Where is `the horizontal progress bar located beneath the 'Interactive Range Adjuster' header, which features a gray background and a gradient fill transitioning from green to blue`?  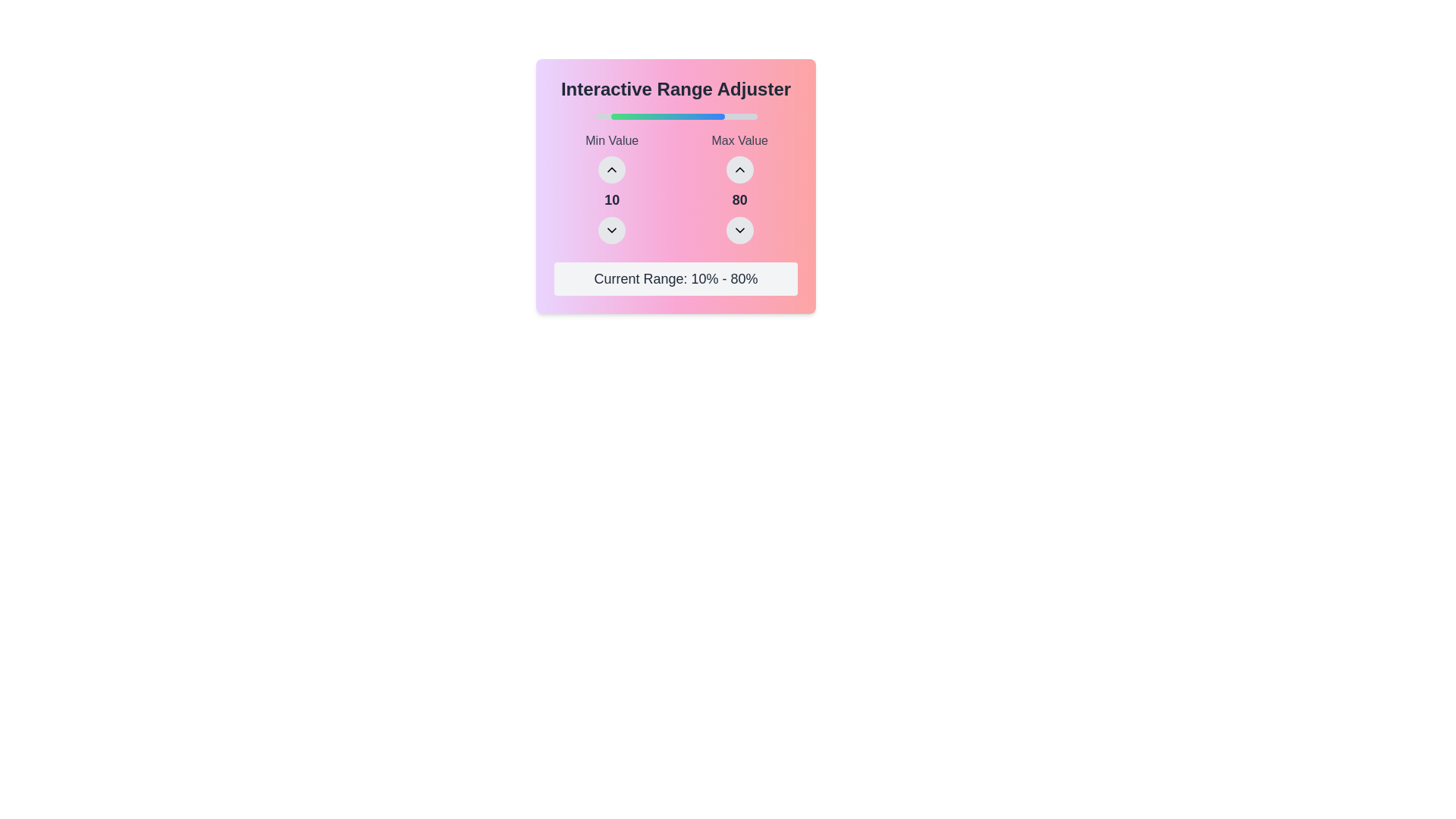
the horizontal progress bar located beneath the 'Interactive Range Adjuster' header, which features a gray background and a gradient fill transitioning from green to blue is located at coordinates (675, 116).